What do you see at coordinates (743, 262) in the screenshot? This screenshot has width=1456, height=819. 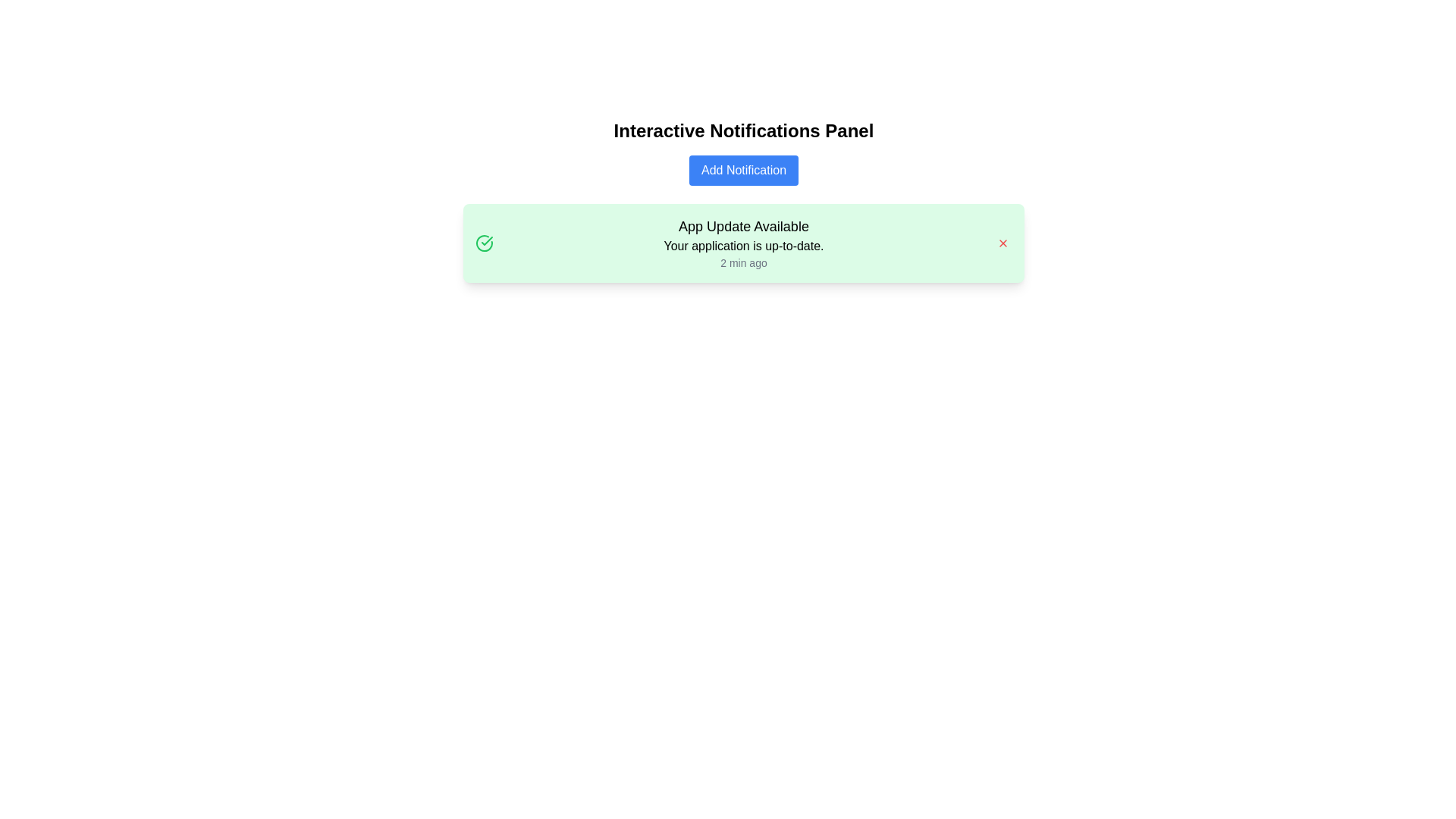 I see `the Text Label that displays the timestamp of the notification, located at the bottom of the notification card` at bounding box center [743, 262].